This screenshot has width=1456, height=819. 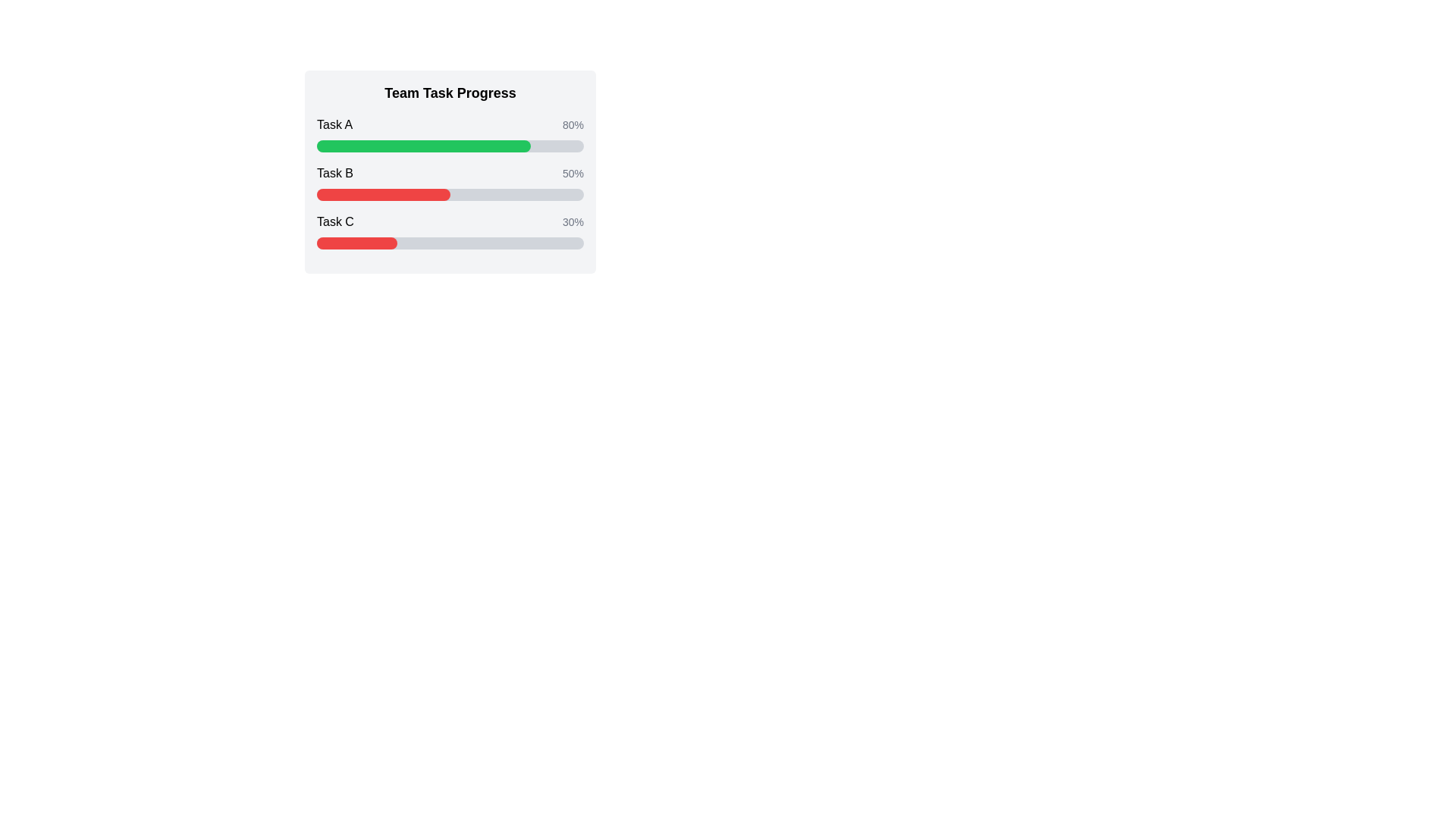 What do you see at coordinates (572, 124) in the screenshot?
I see `the text element displaying '80%' within the 'Team Task Progress' section, which is aligned to the right of the green progress bar for 'Task A'` at bounding box center [572, 124].